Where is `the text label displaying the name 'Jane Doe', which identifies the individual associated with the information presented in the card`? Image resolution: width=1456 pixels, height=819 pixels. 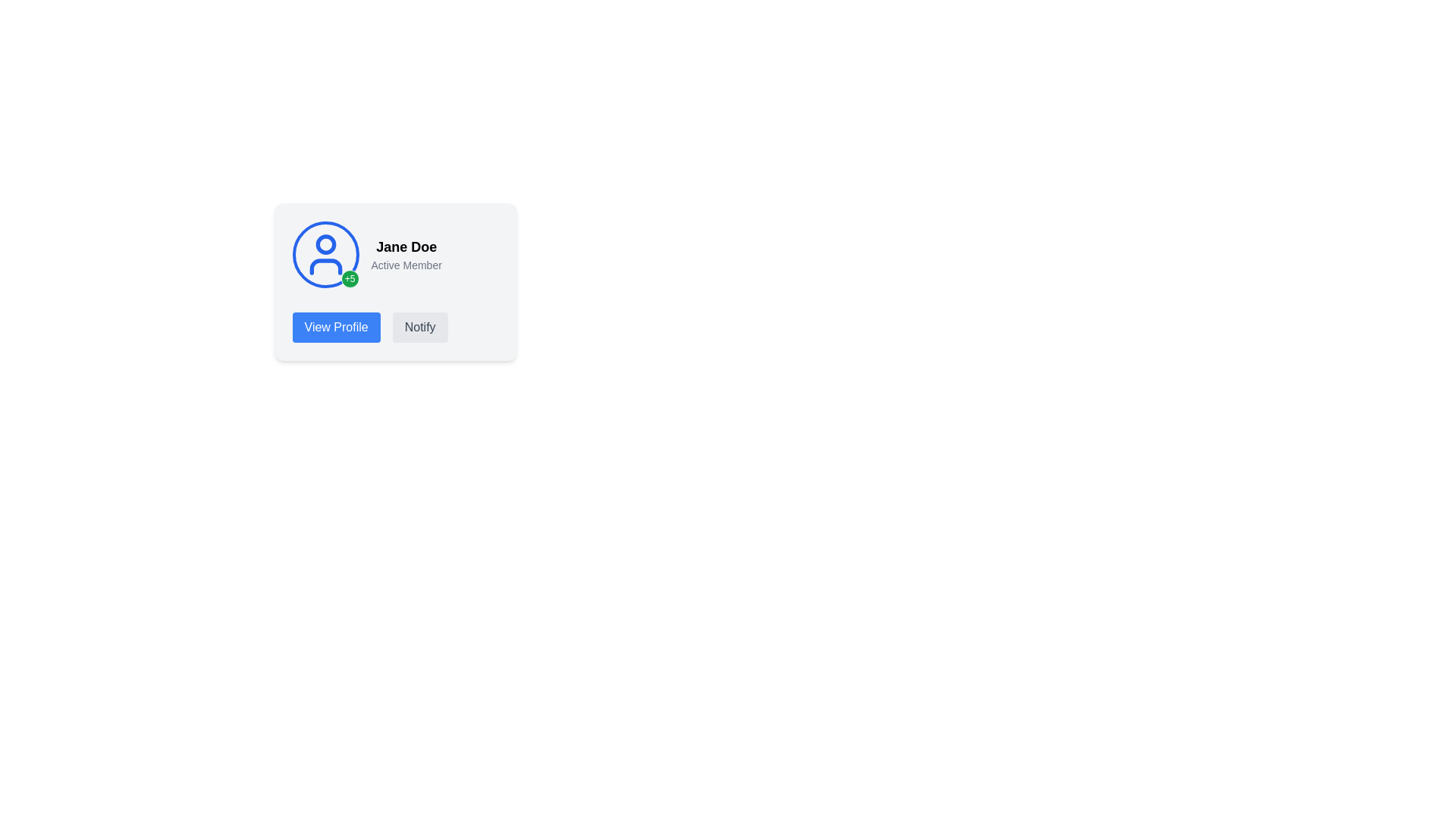 the text label displaying the name 'Jane Doe', which identifies the individual associated with the information presented in the card is located at coordinates (406, 246).